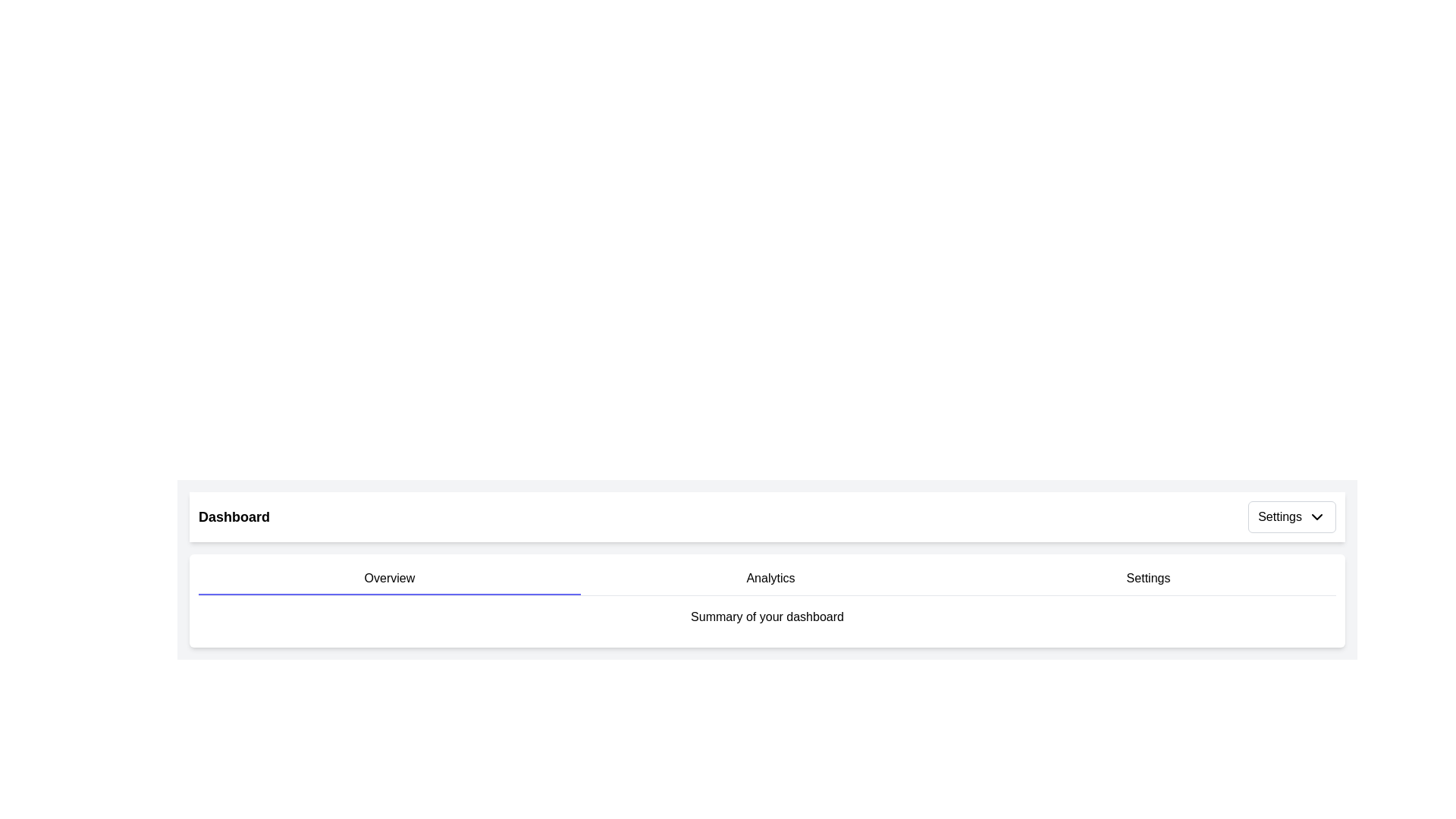 Image resolution: width=1456 pixels, height=819 pixels. What do you see at coordinates (233, 516) in the screenshot?
I see `the content of the Text Label that serves as a header in the top left section of the application` at bounding box center [233, 516].